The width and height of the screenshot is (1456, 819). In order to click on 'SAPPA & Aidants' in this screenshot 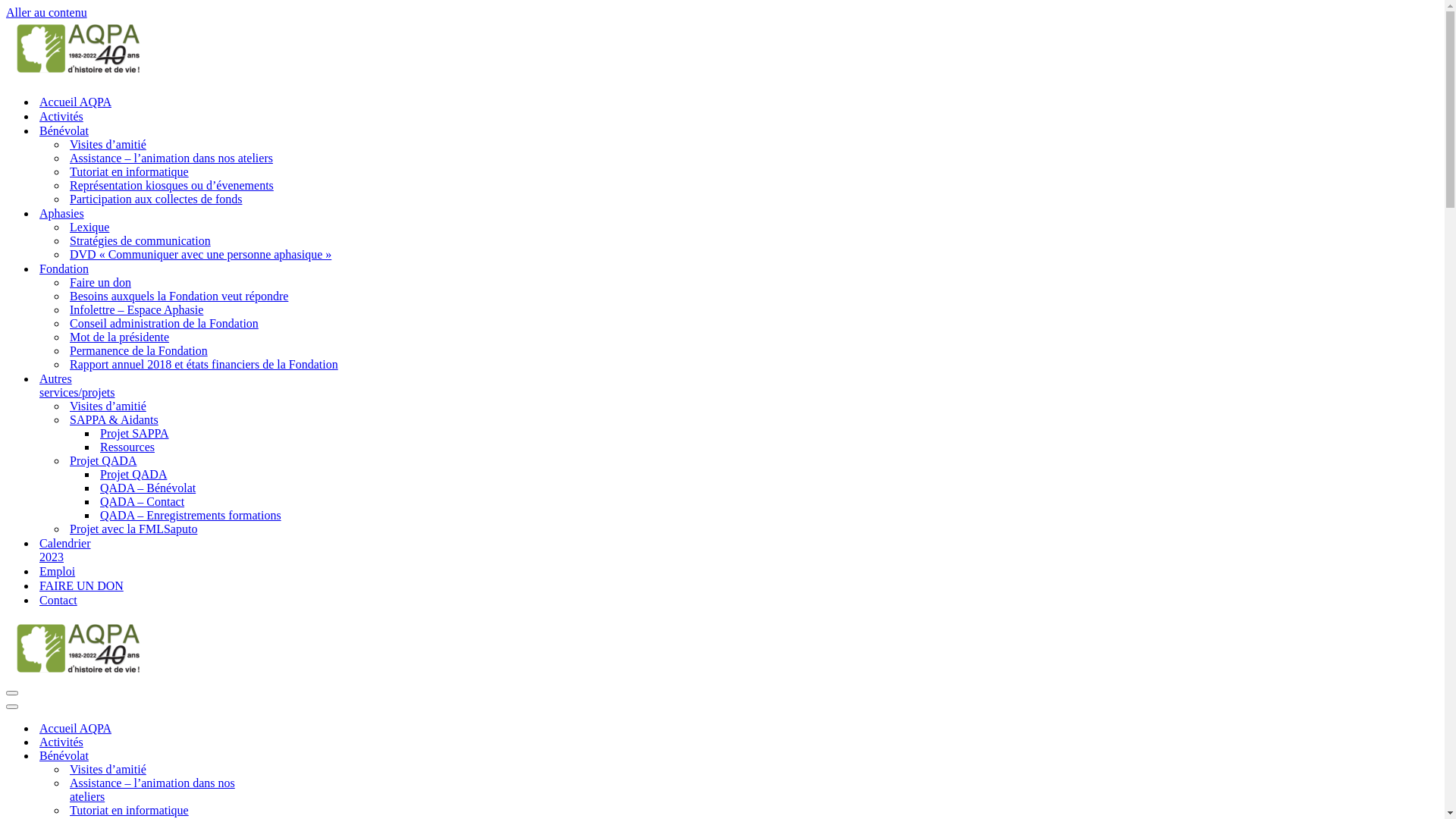, I will do `click(113, 420)`.